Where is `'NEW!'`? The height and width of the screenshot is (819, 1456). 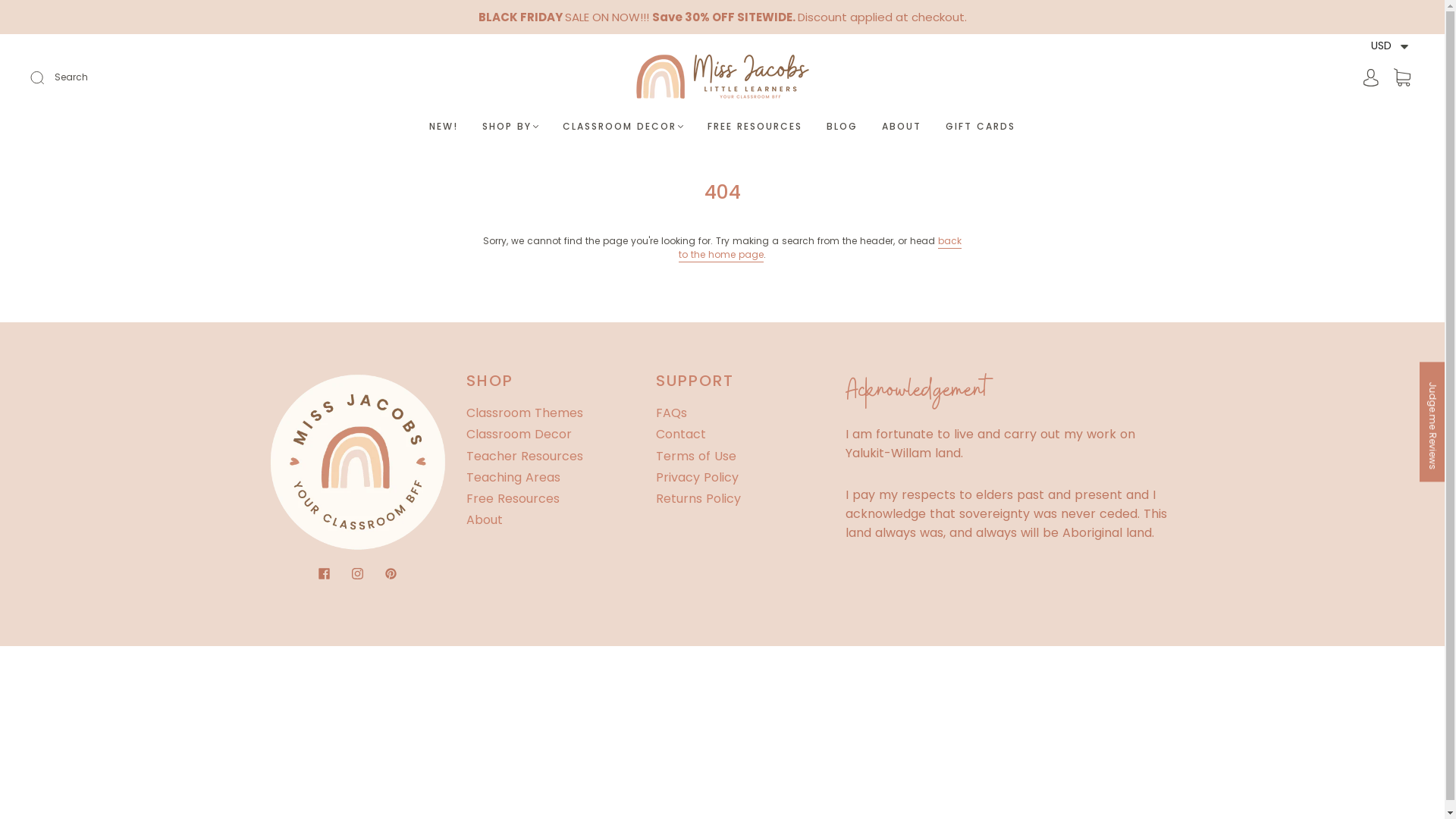
'NEW!' is located at coordinates (428, 125).